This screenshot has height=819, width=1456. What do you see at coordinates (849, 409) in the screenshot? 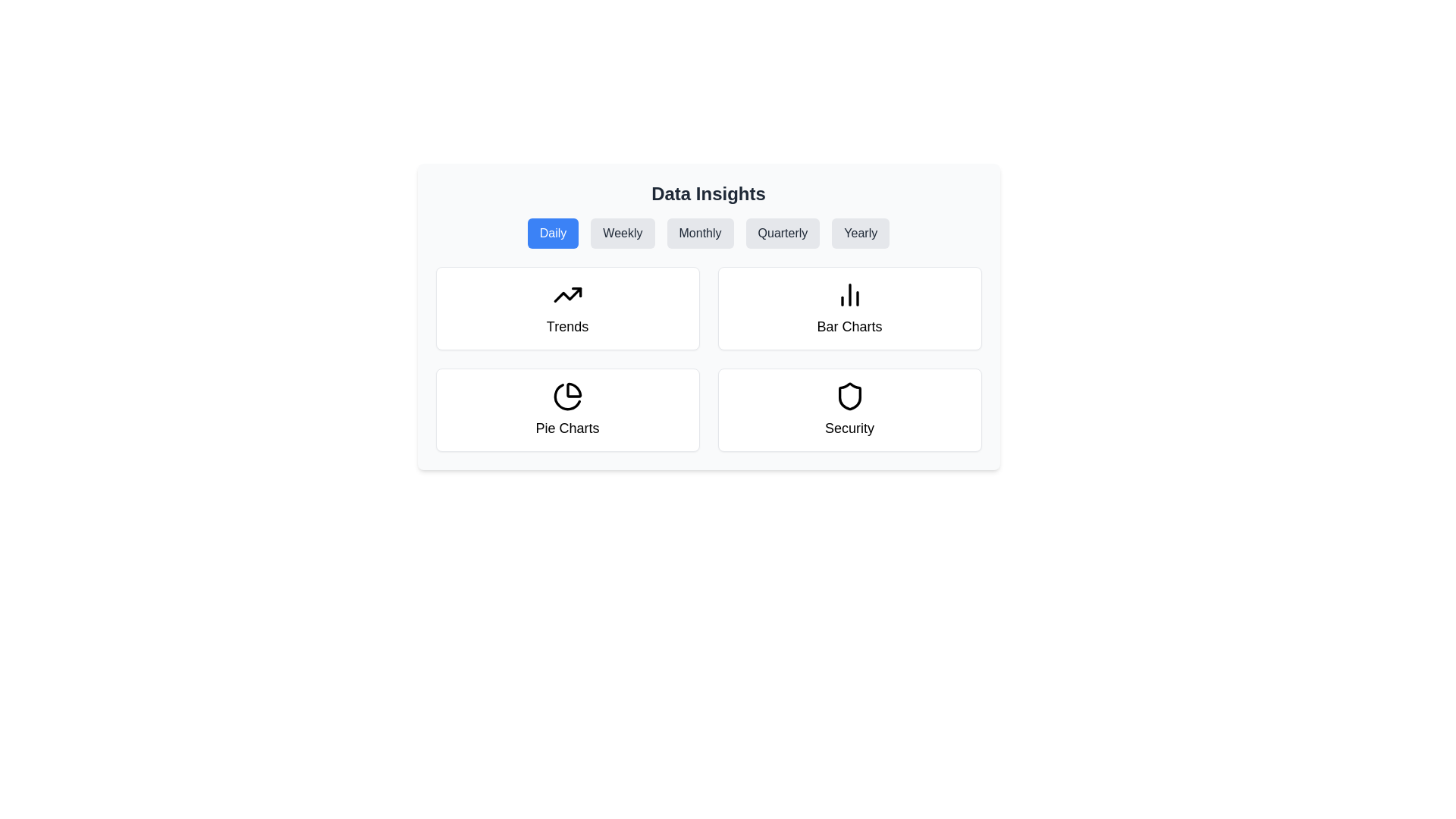
I see `the 'Security' section card located at the bottom-right of the 2x2 grid layout` at bounding box center [849, 409].